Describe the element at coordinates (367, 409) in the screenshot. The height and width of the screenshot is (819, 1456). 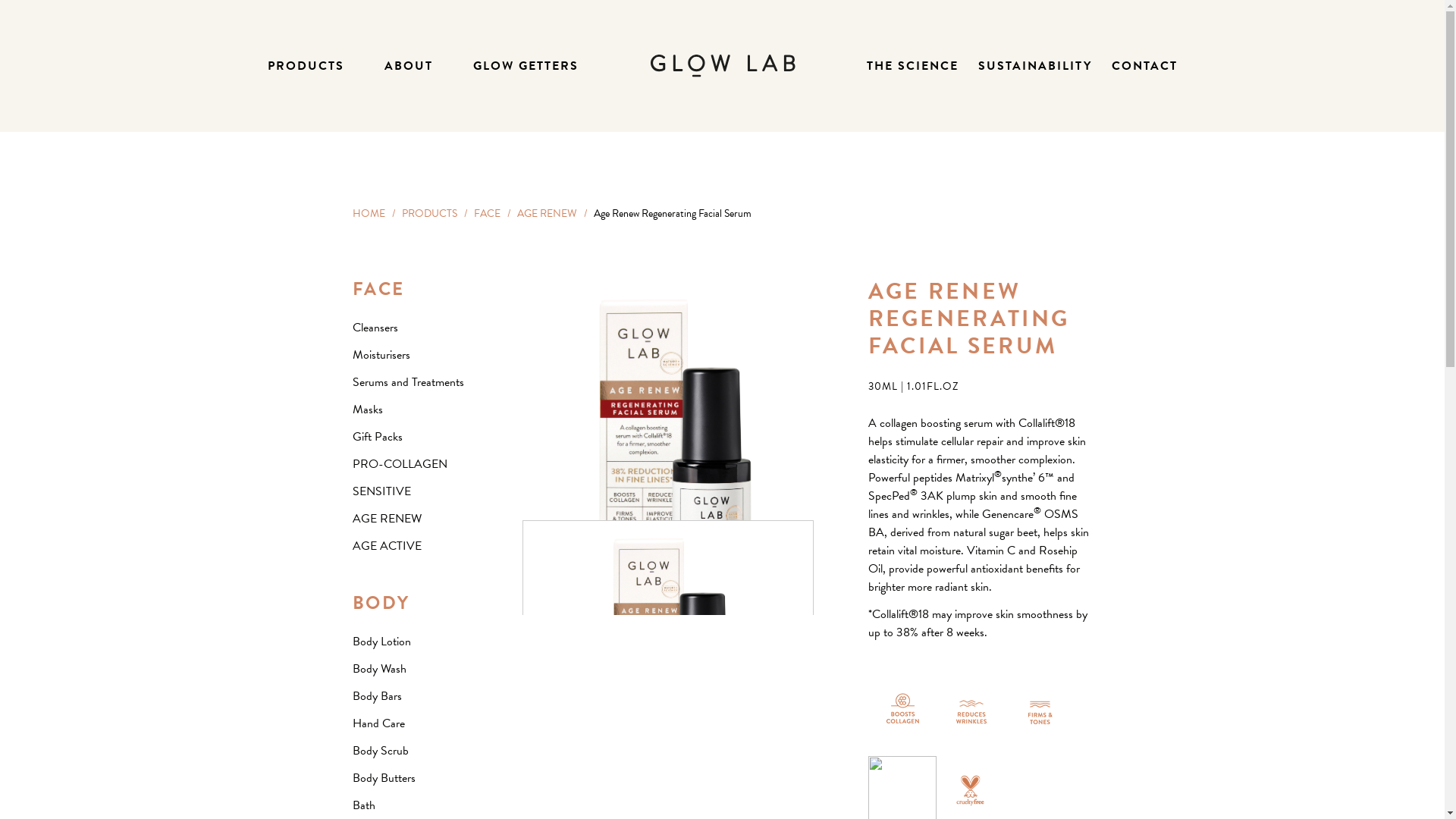
I see `'Masks'` at that location.